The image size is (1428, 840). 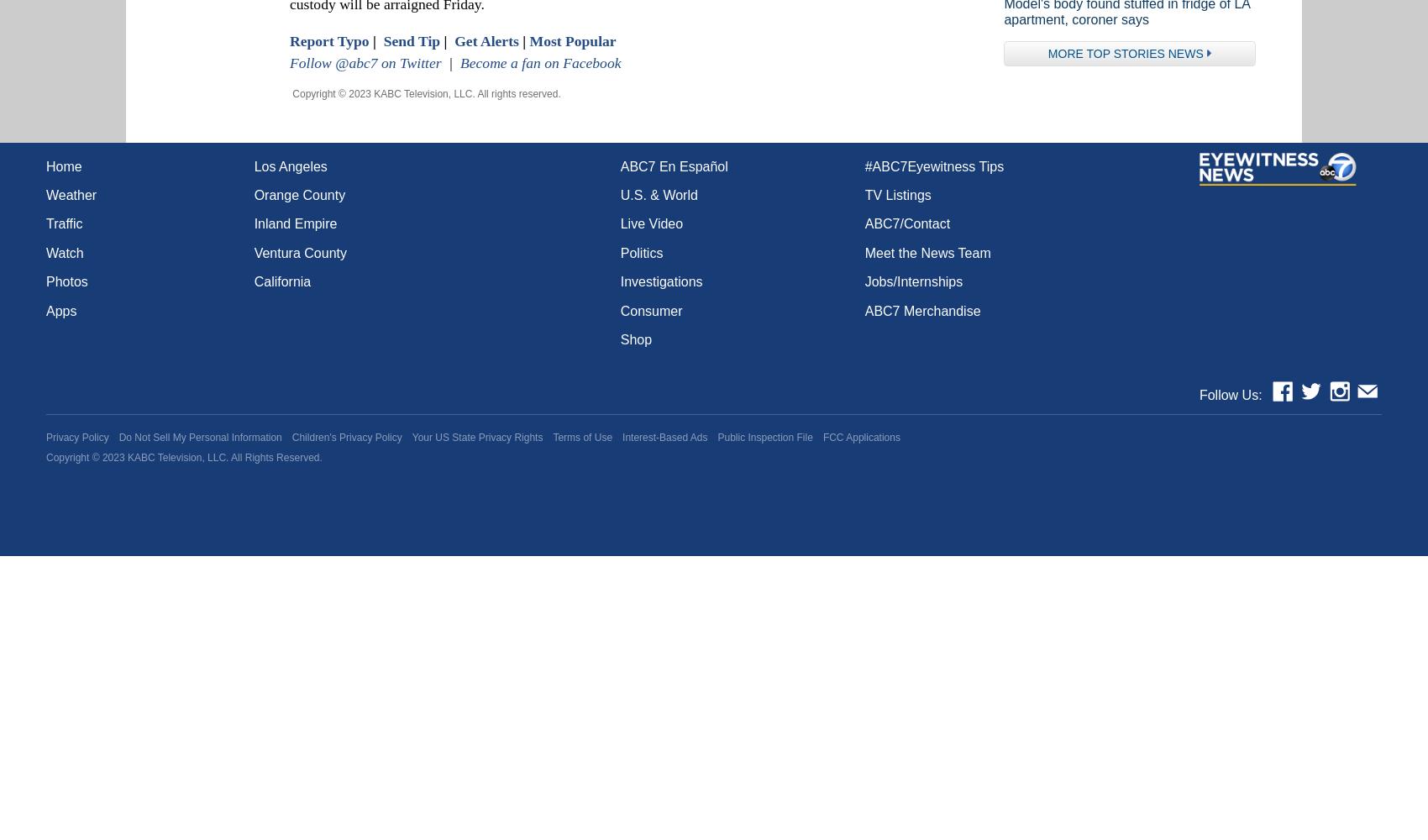 What do you see at coordinates (101, 457) in the screenshot?
I see `'2023'` at bounding box center [101, 457].